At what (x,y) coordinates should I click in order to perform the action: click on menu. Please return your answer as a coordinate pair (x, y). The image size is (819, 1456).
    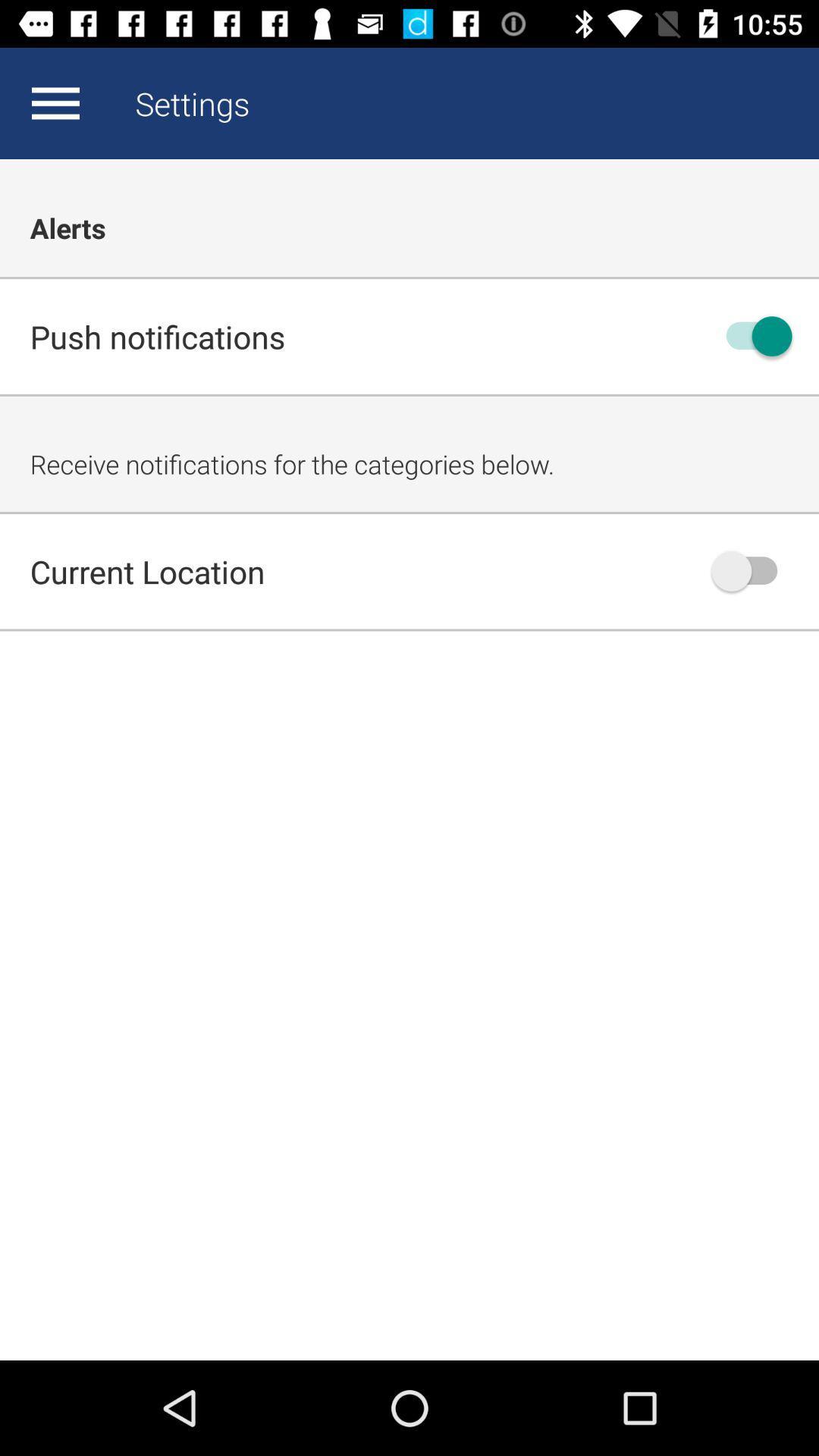
    Looking at the image, I should click on (55, 102).